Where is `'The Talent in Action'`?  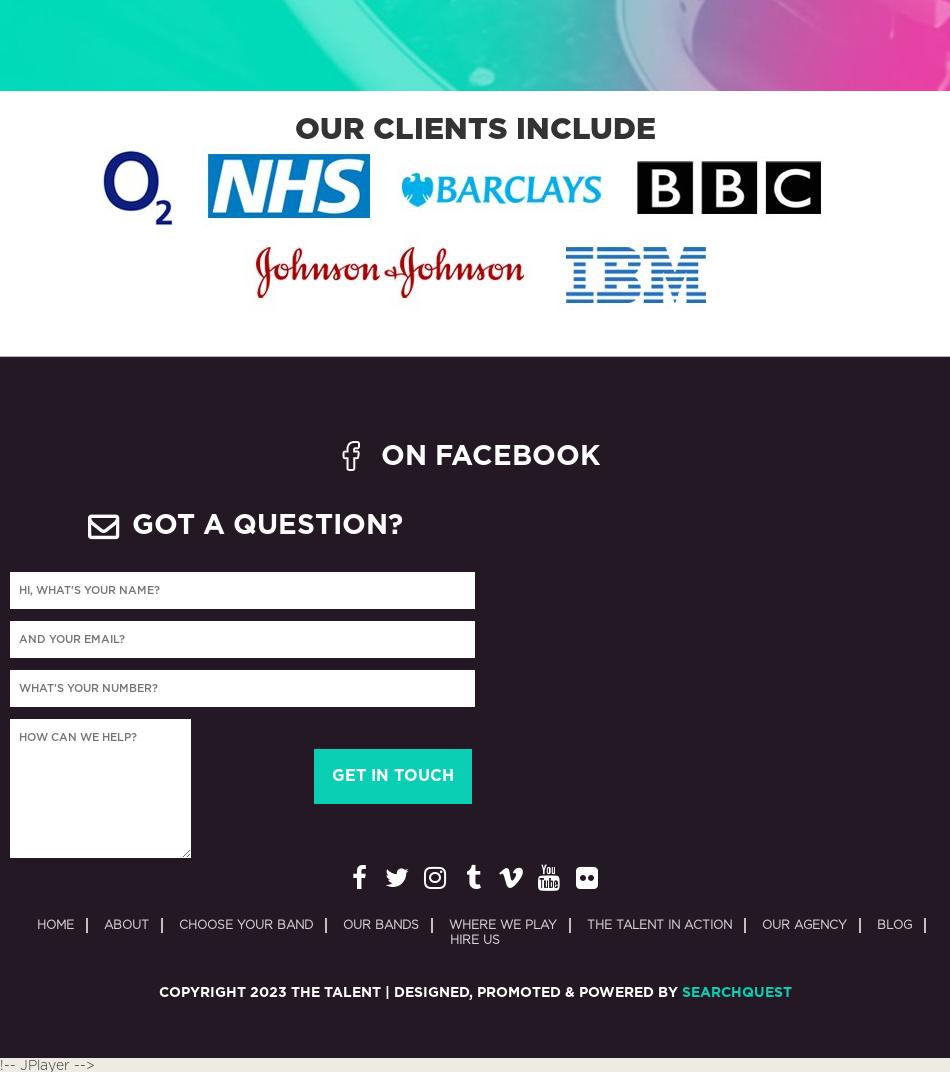
'The Talent in Action' is located at coordinates (658, 925).